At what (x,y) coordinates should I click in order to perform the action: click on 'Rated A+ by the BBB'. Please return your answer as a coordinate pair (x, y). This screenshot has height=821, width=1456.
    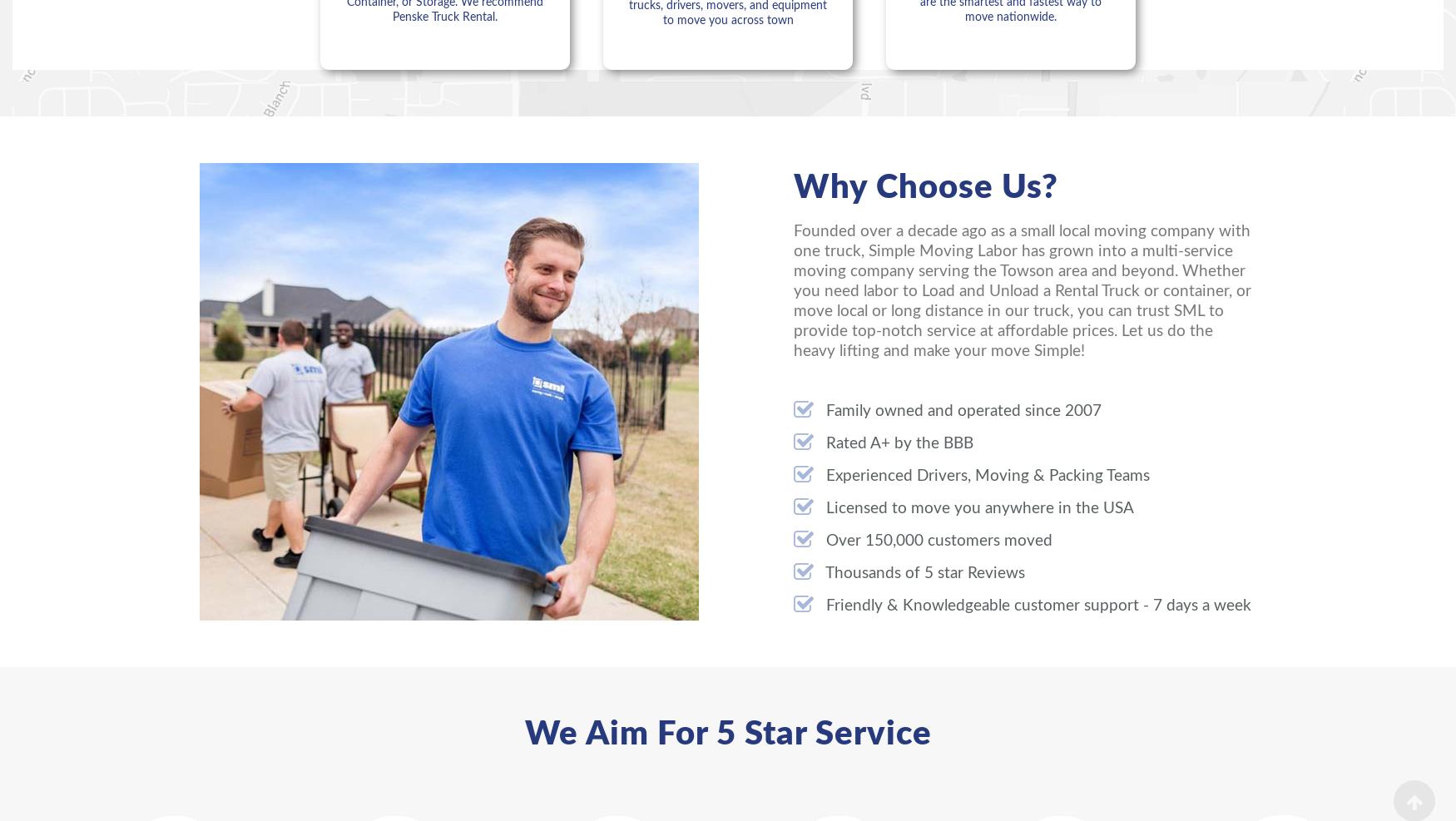
    Looking at the image, I should click on (898, 443).